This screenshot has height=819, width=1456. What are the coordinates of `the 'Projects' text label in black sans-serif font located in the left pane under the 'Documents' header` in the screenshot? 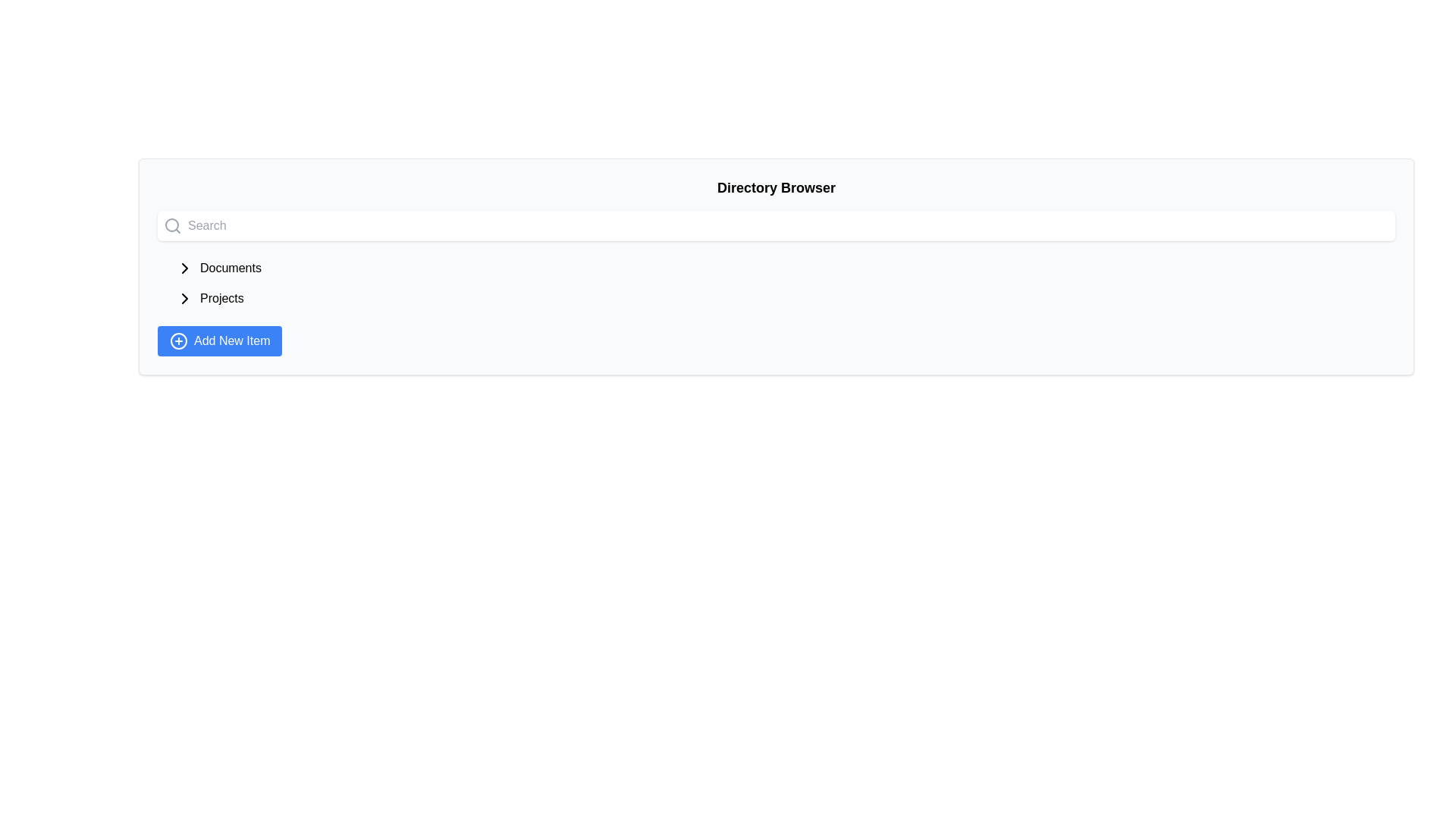 It's located at (221, 298).